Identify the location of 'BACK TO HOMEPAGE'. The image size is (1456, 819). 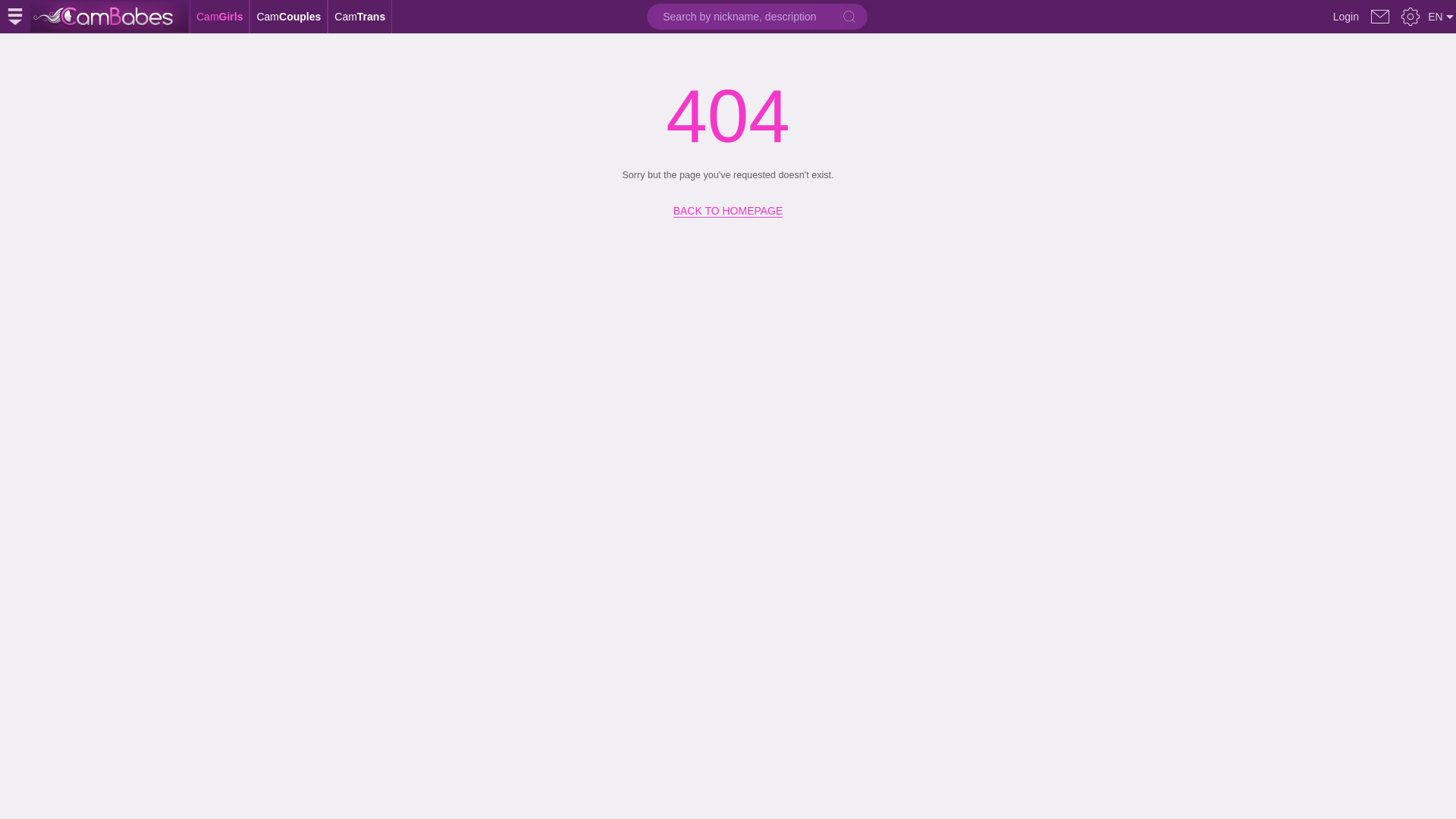
(728, 205).